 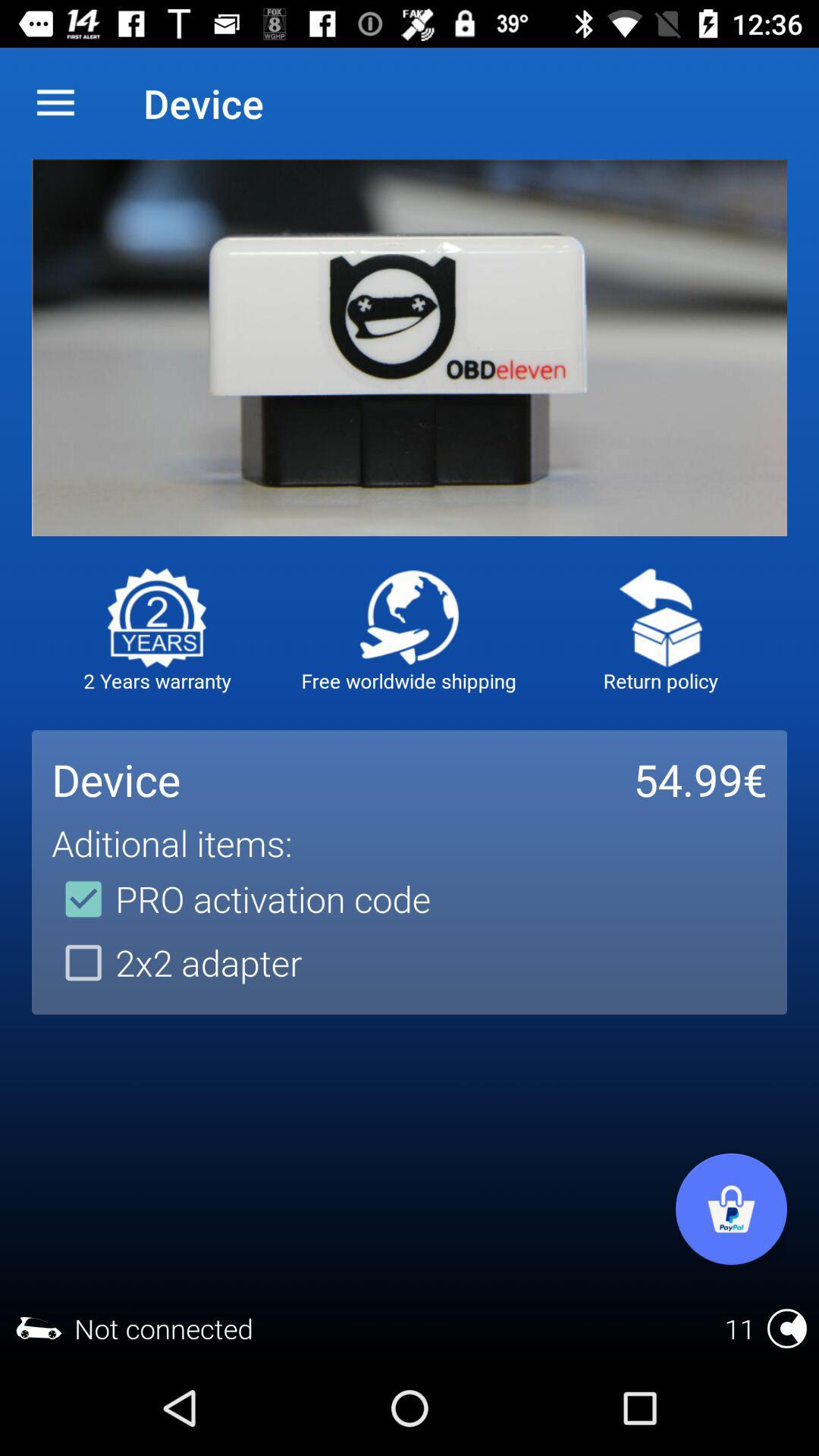 I want to click on the pro activation code item, so click(x=240, y=899).